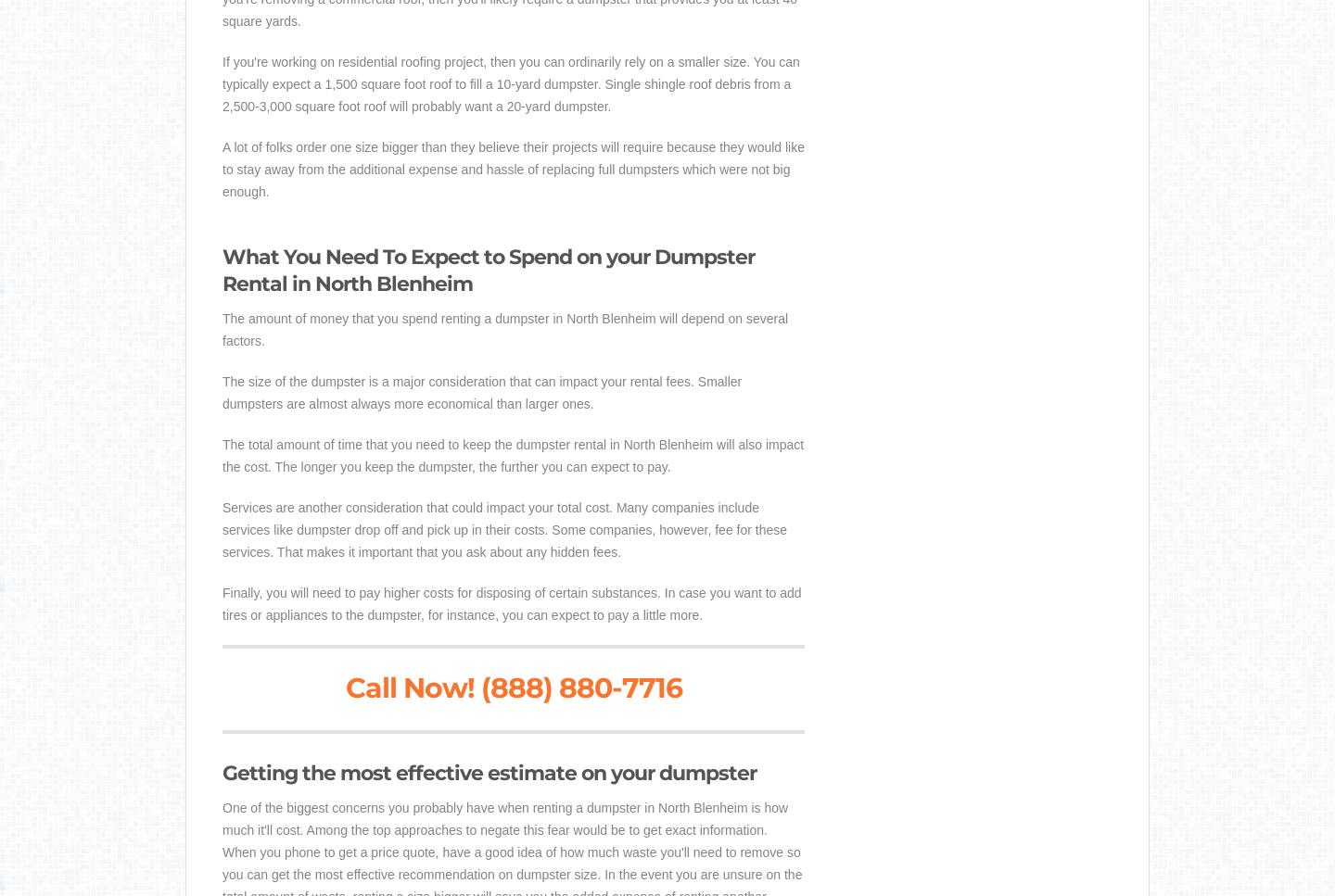 This screenshot has height=896, width=1335. I want to click on 'Services are another consideration that could impact your total cost. Many companies include services like dumpster drop off and pick up in their costs. Some companies, however, fee for these services. That makes it important that you ask about any hidden fees.', so click(504, 528).